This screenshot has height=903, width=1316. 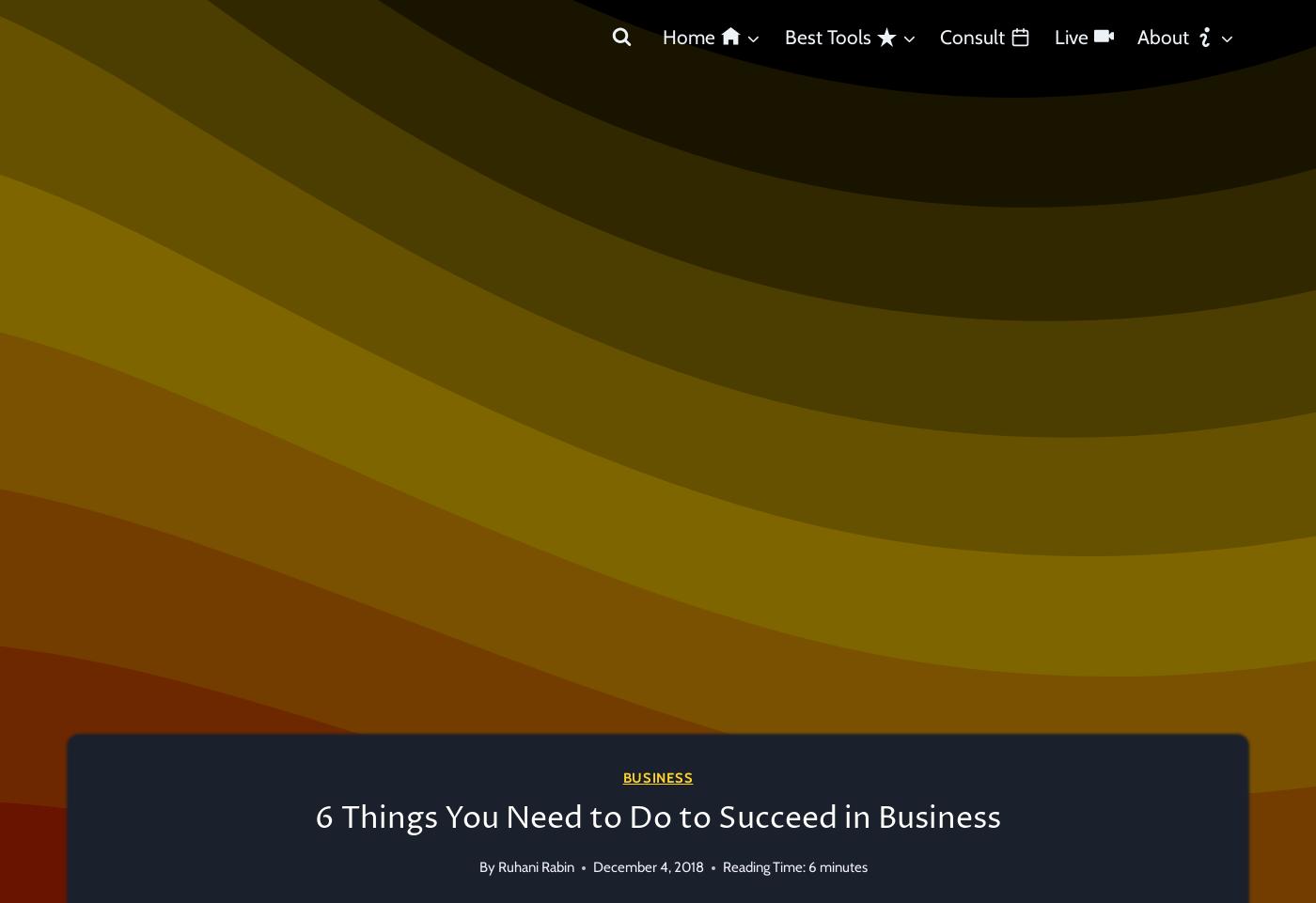 I want to click on 'Ruhani Rabin', so click(x=536, y=867).